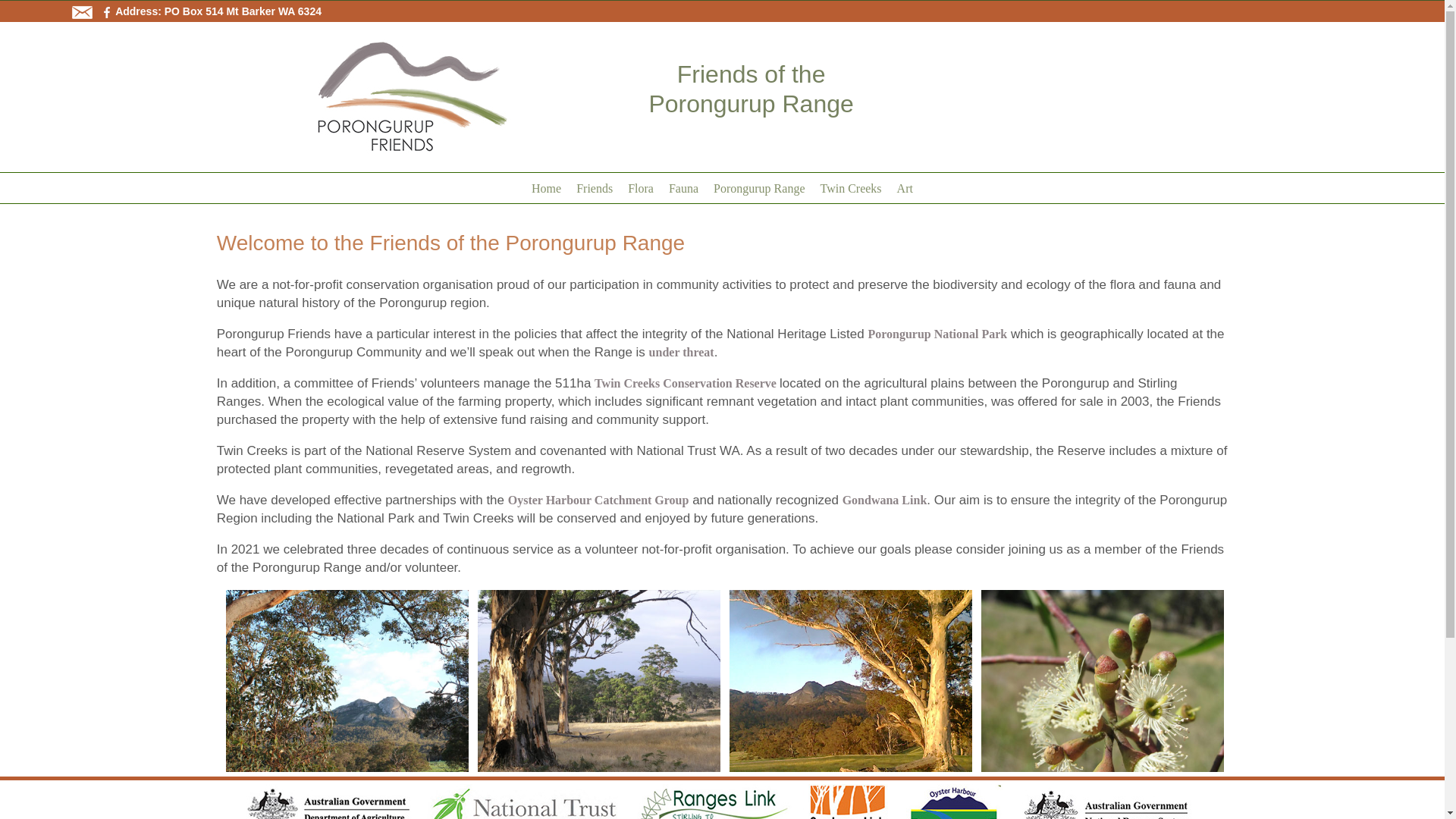  I want to click on 'Flora', so click(640, 186).